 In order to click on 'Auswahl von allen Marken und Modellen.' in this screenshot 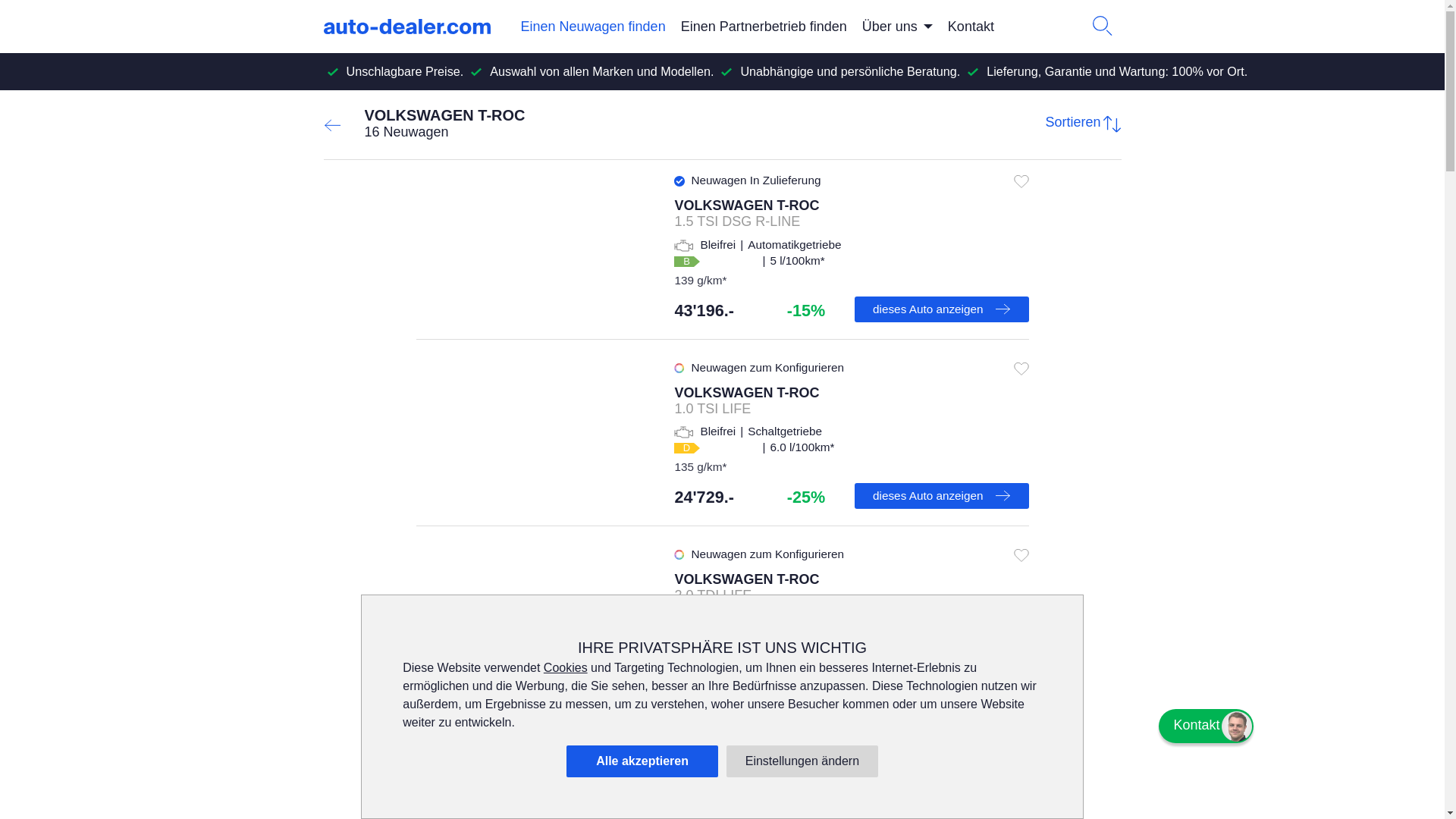, I will do `click(601, 71)`.